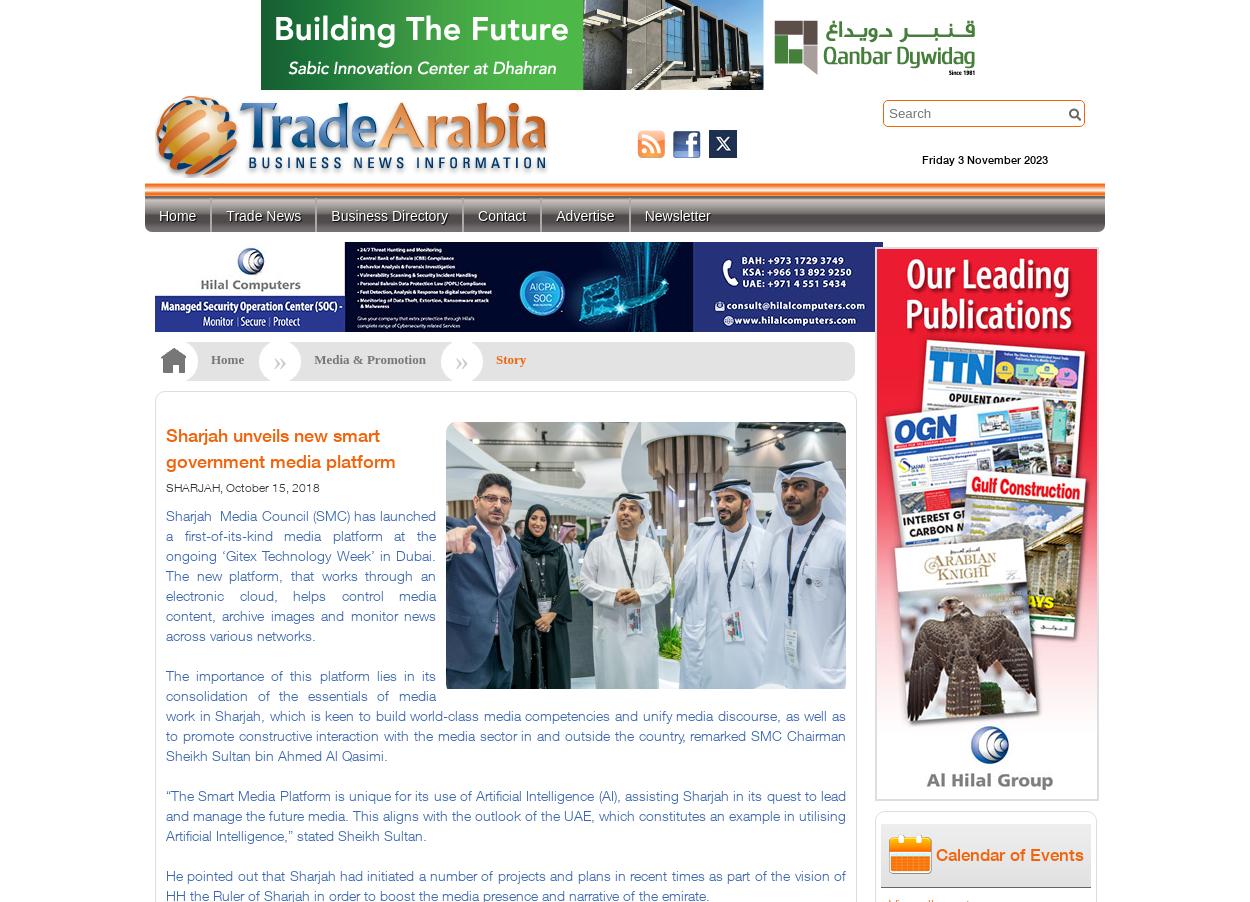  What do you see at coordinates (984, 159) in the screenshot?
I see `'Friday 3 November 2023'` at bounding box center [984, 159].